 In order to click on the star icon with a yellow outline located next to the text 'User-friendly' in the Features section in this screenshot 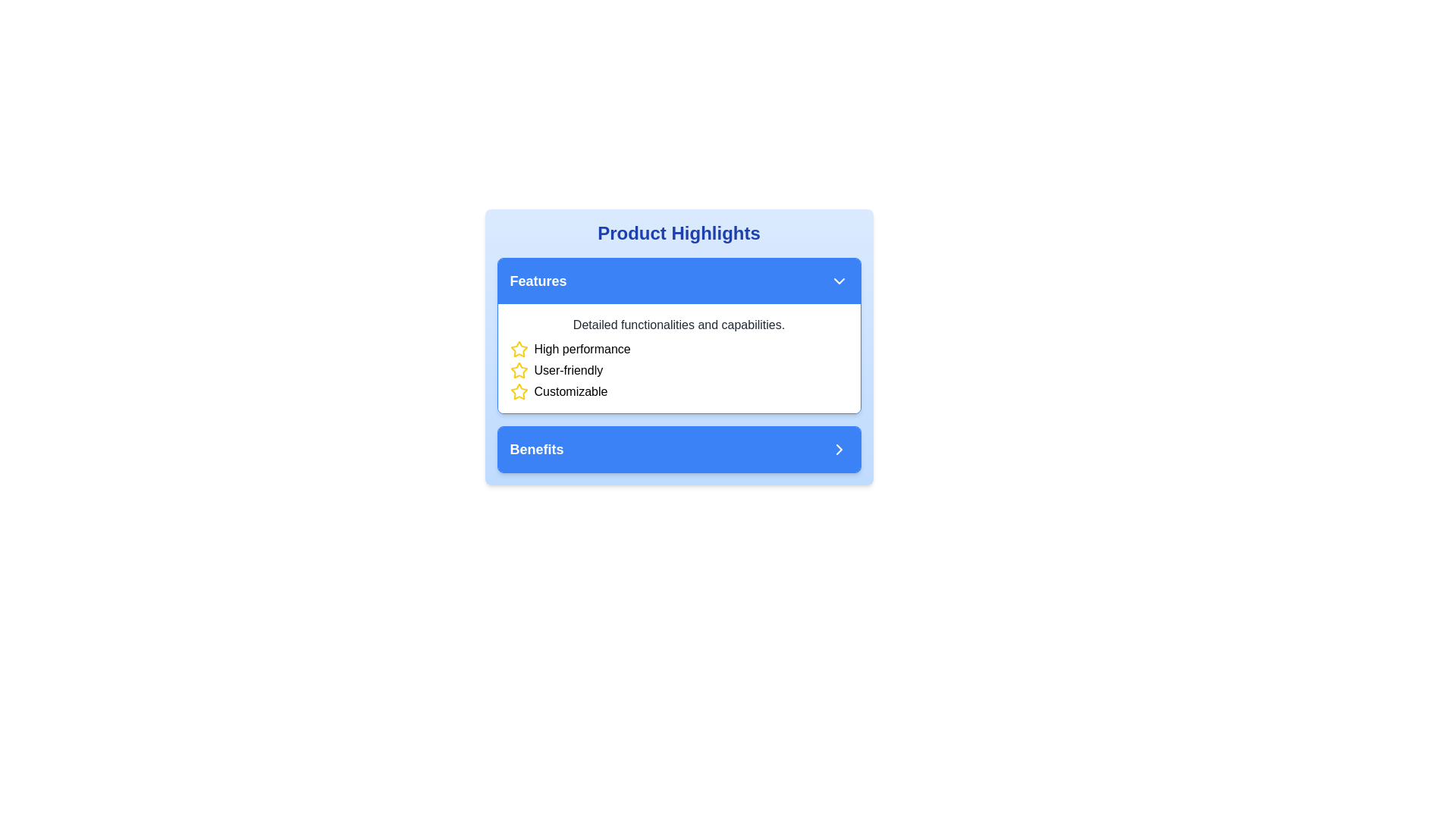, I will do `click(519, 371)`.